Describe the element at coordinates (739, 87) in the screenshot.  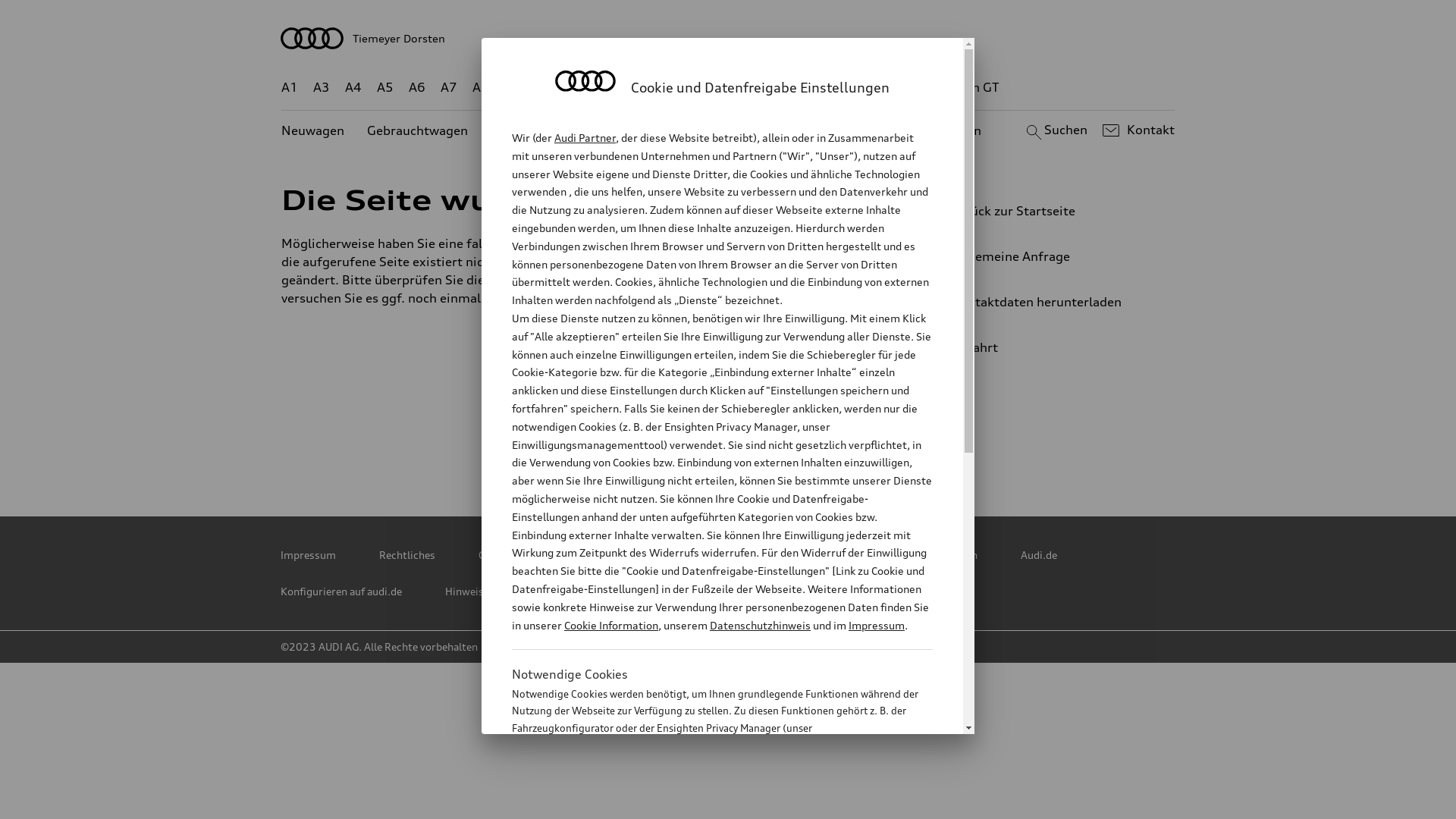
I see `'Q8 e-tron'` at that location.